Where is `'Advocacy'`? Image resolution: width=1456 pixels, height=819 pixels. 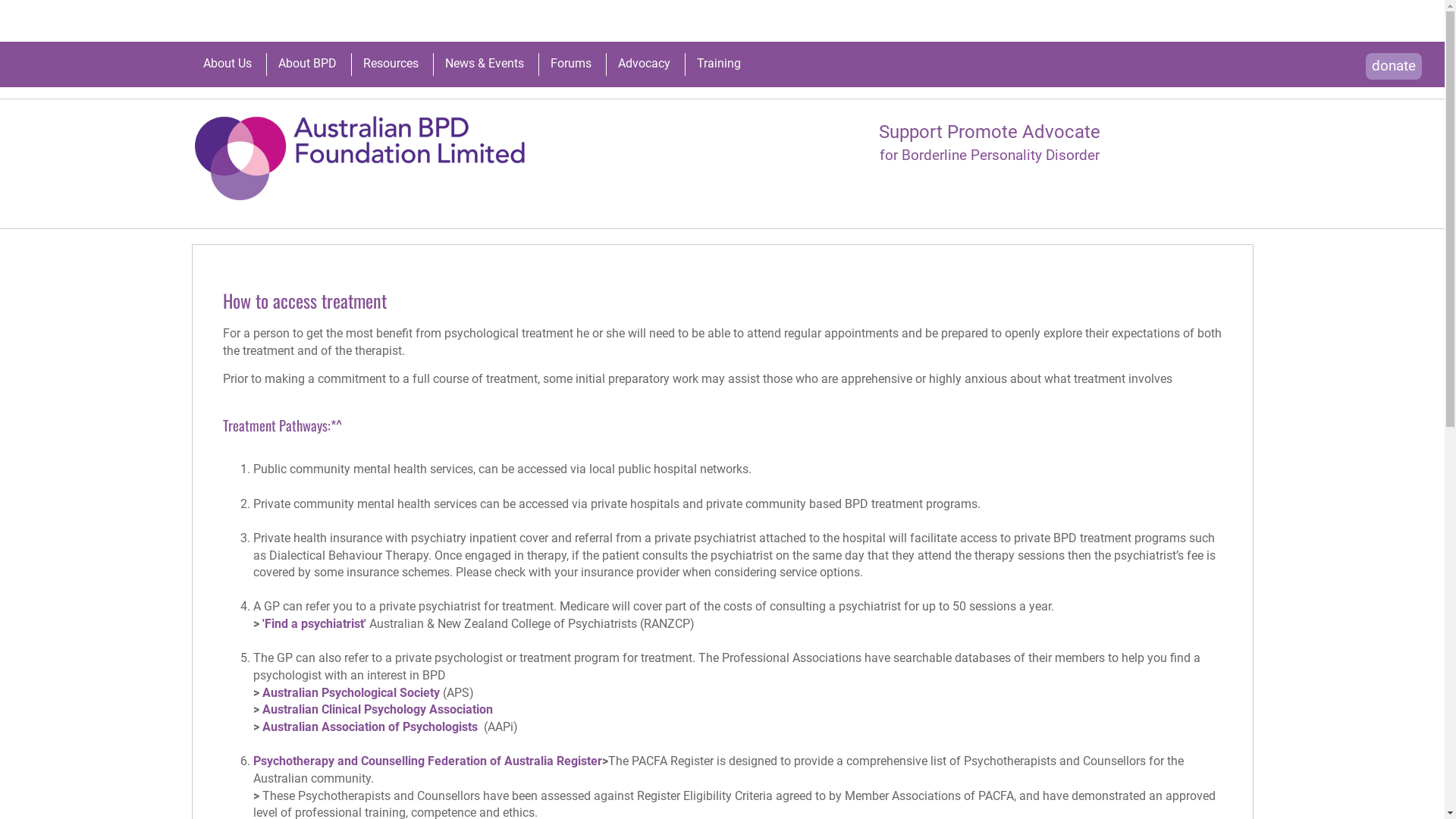
'Advocacy' is located at coordinates (643, 63).